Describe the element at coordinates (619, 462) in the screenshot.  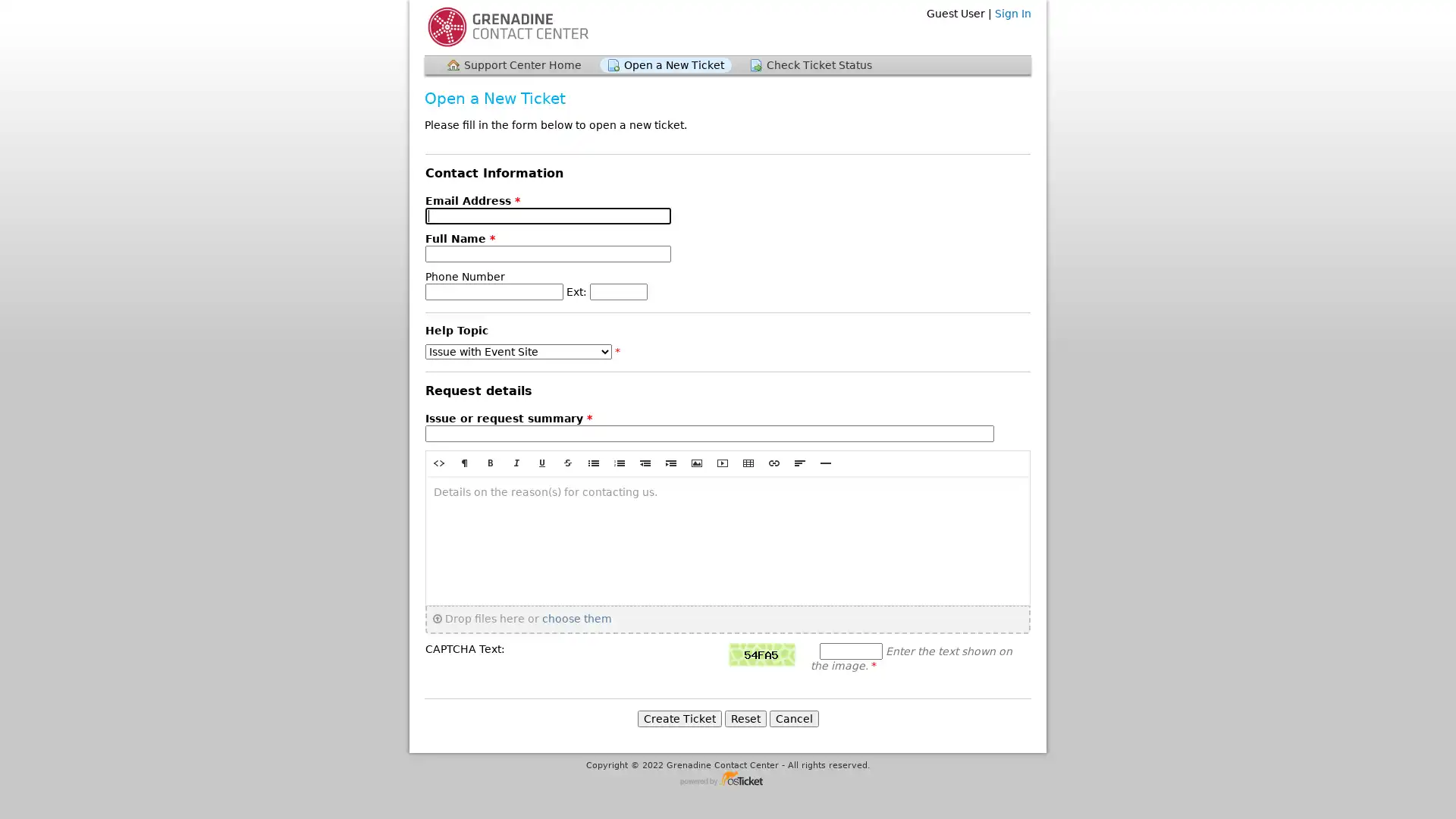
I see `1. Ordered List` at that location.